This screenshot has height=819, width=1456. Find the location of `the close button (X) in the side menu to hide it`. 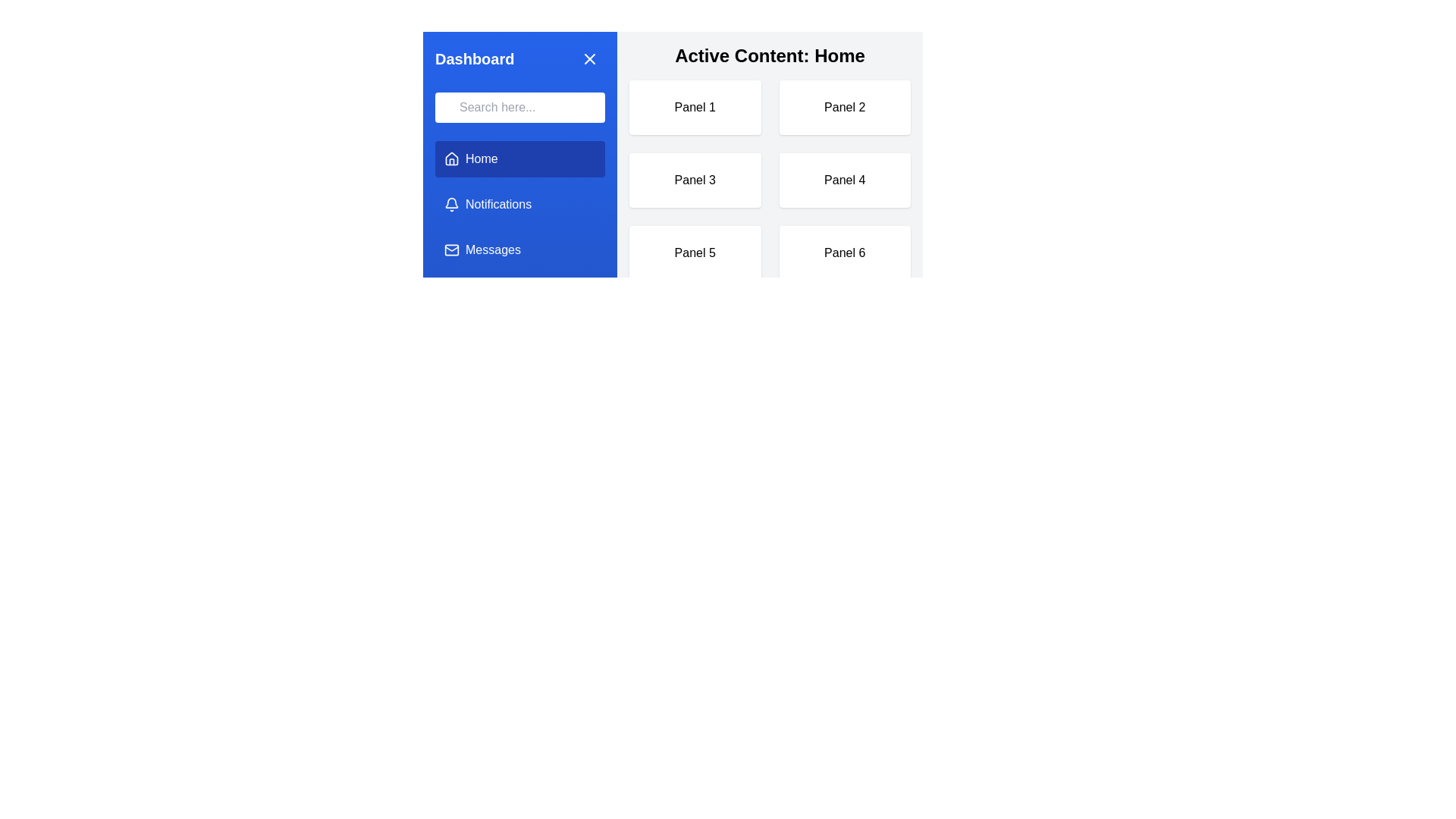

the close button (X) in the side menu to hide it is located at coordinates (588, 58).